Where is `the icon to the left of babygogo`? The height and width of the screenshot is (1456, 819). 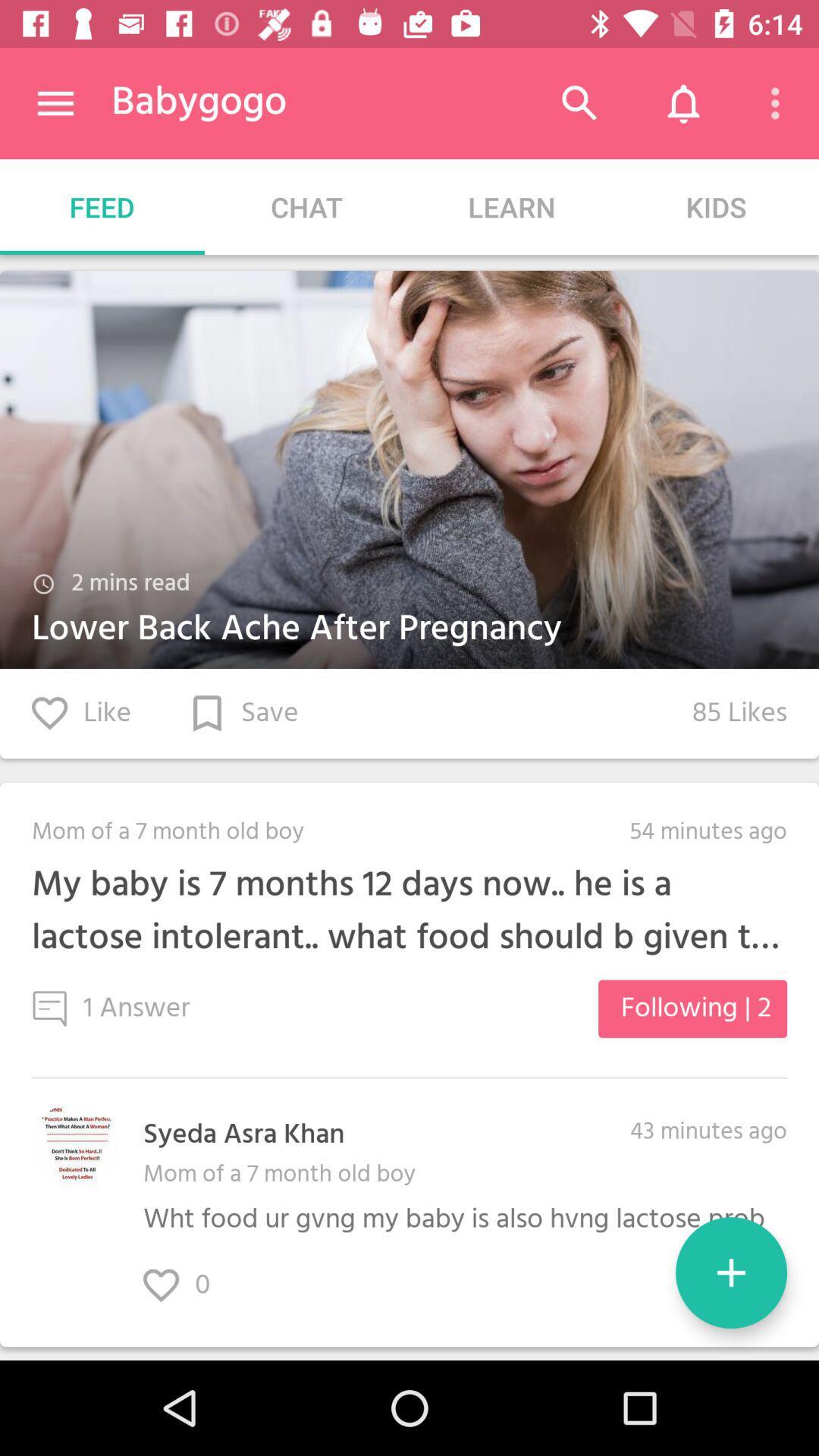
the icon to the left of babygogo is located at coordinates (55, 102).